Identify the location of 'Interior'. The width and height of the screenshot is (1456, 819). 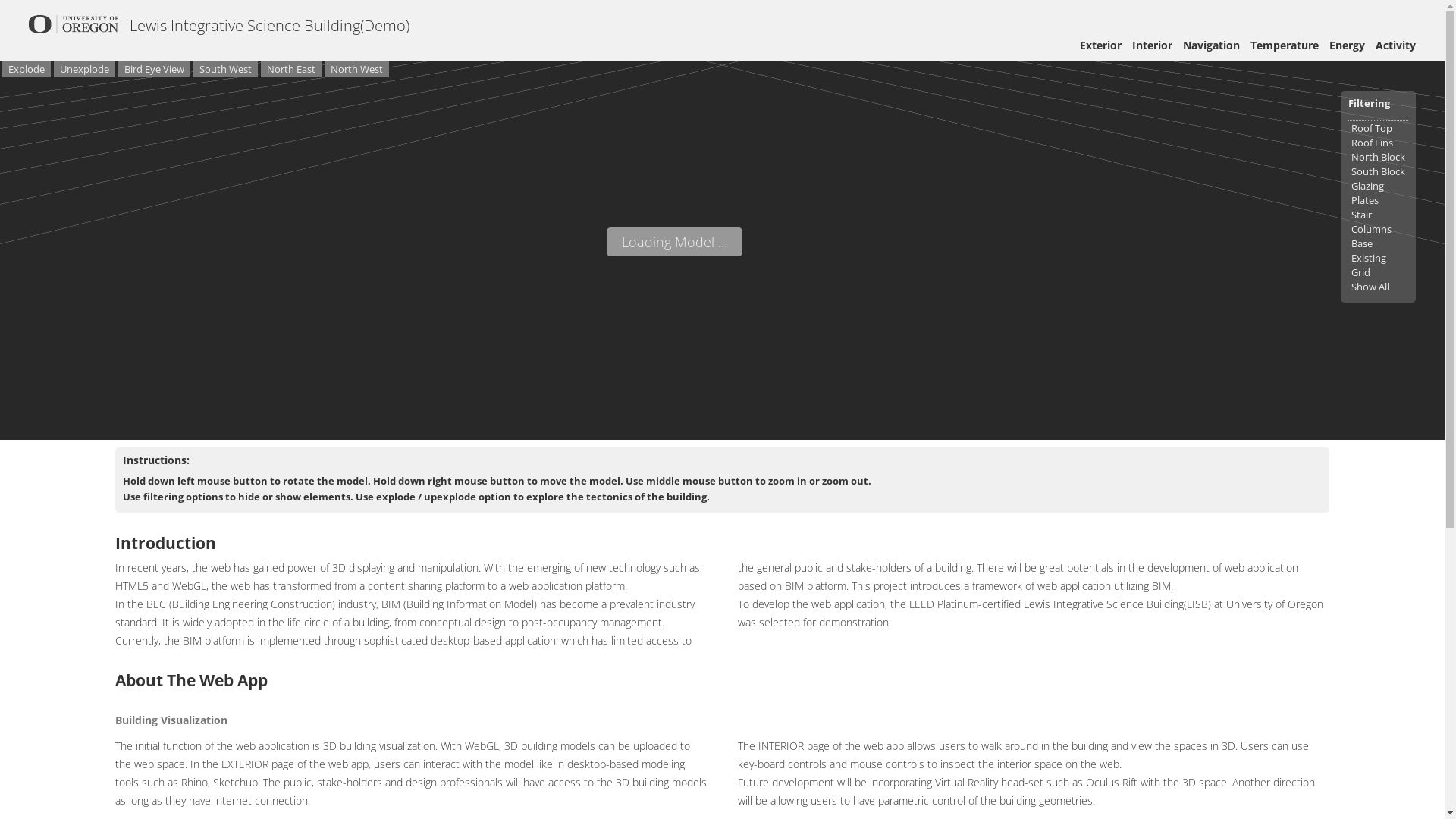
(1152, 44).